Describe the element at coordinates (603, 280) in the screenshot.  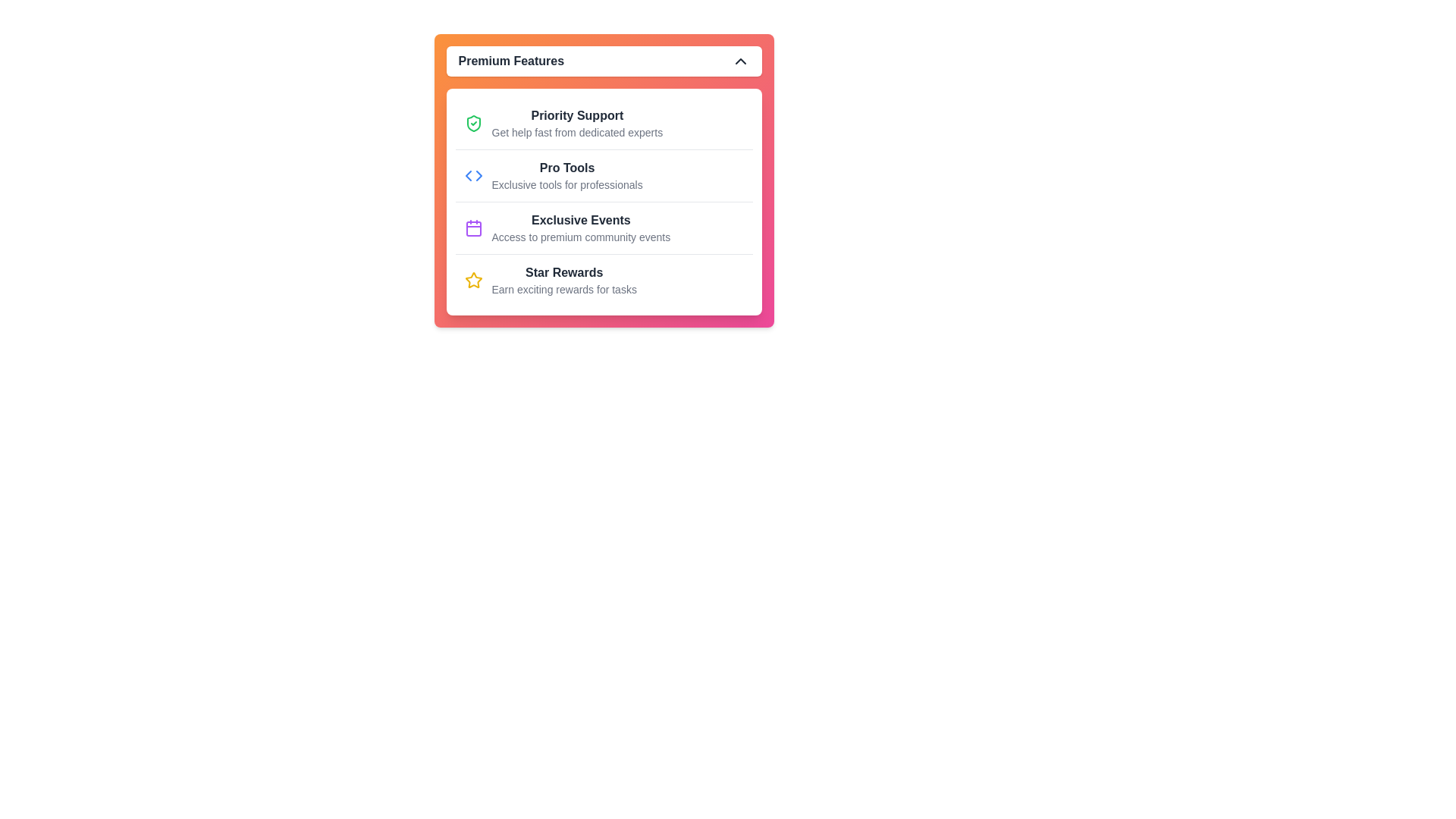
I see `the interactive list item titled 'Star Rewards'` at that location.